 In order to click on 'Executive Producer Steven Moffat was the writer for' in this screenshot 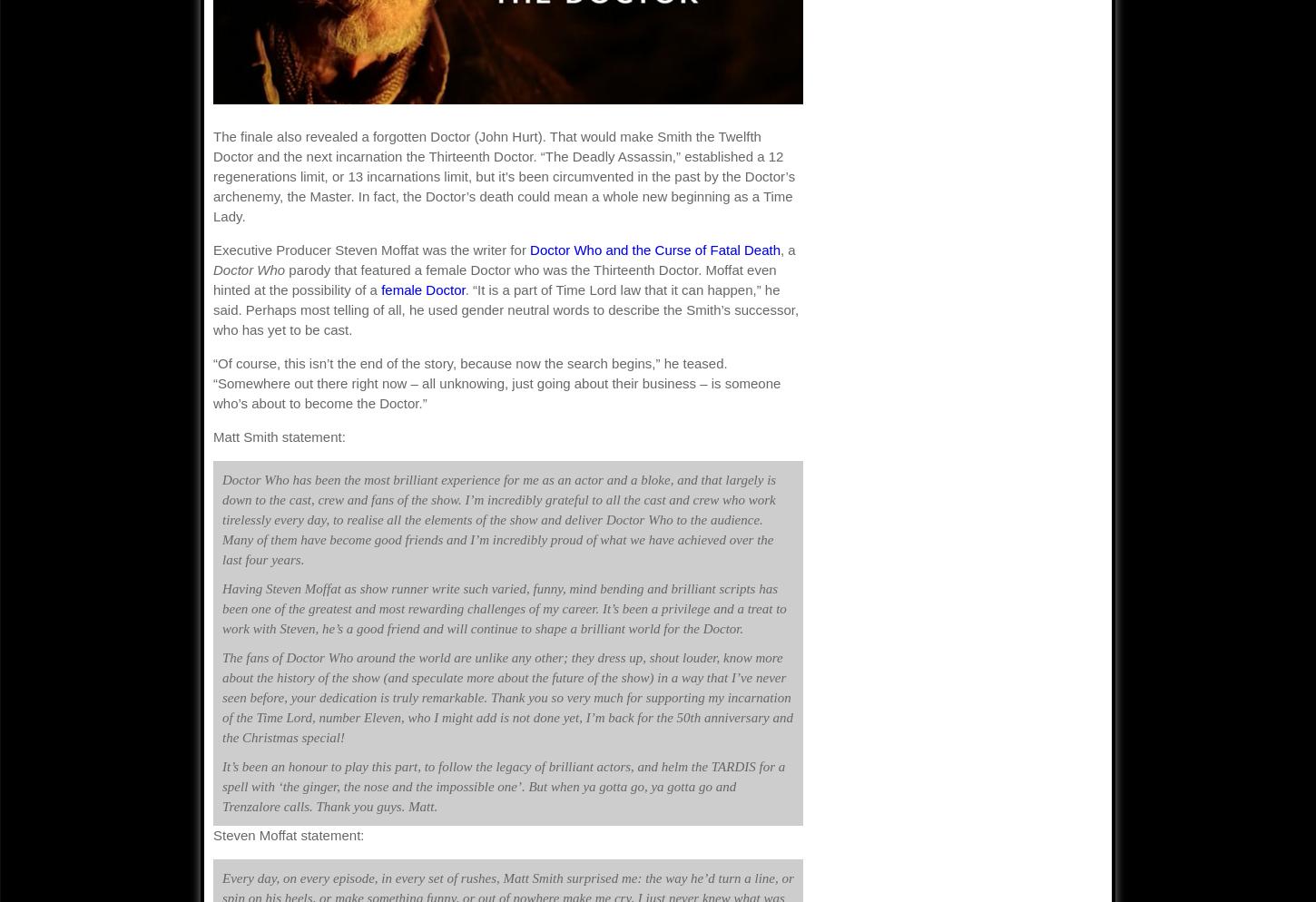, I will do `click(370, 249)`.